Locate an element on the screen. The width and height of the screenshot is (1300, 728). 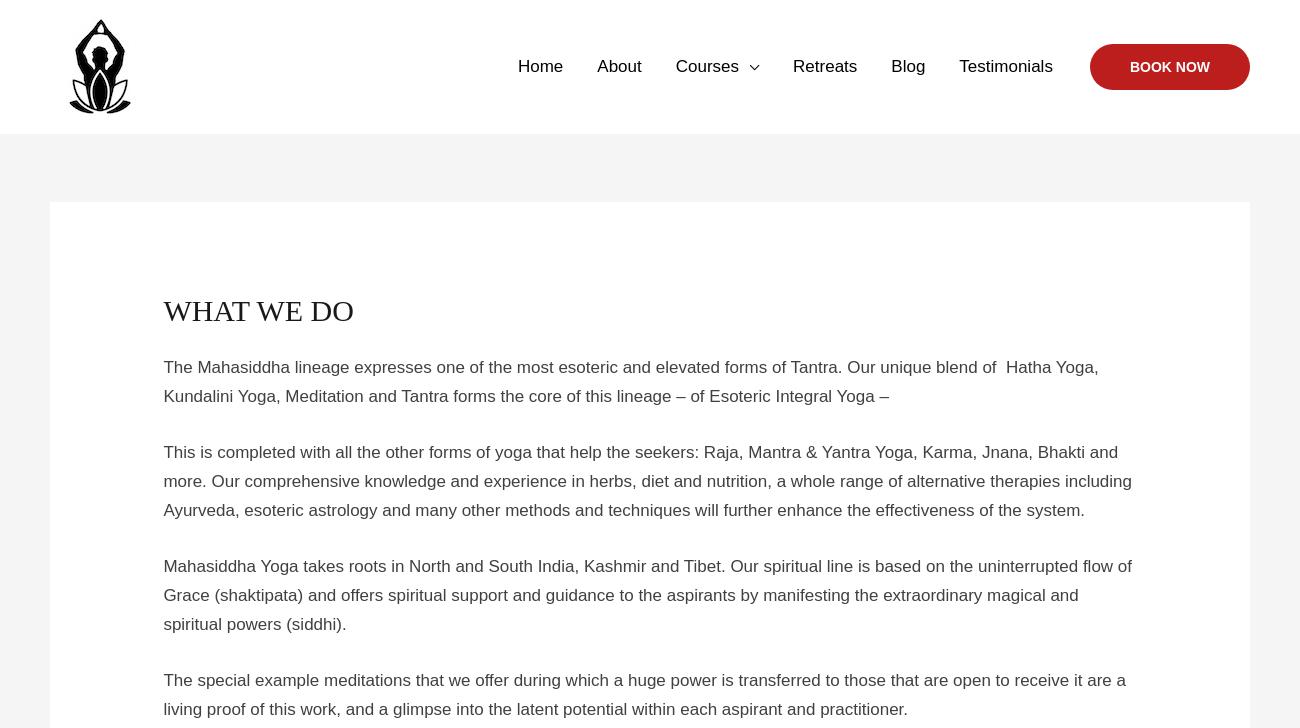
'Book Now' is located at coordinates (1169, 66).